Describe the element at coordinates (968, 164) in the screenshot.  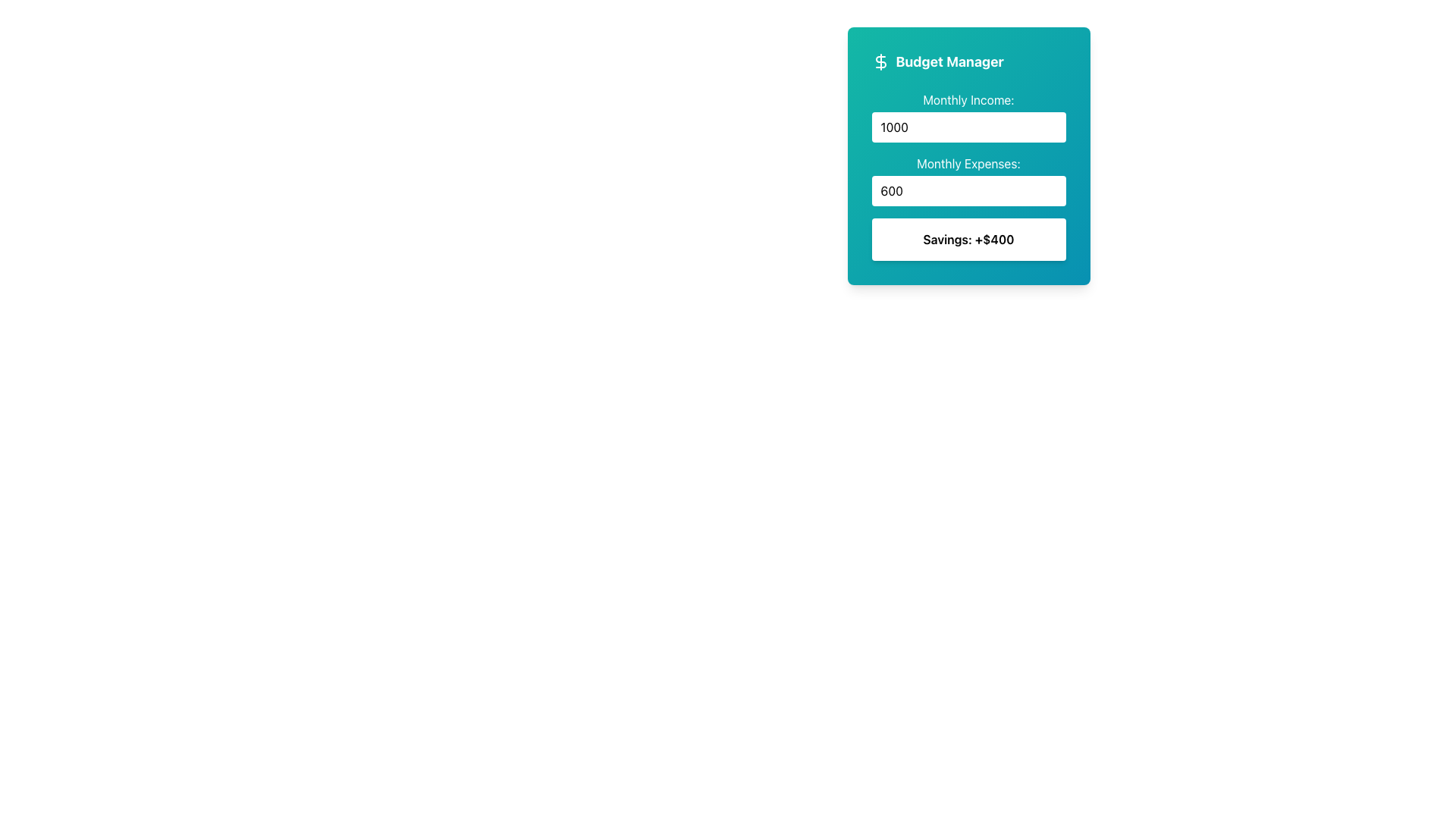
I see `the textual label that specifies users should input their monthly expenses, located above the number input field and beneath the 'Monthly Income:' label` at that location.